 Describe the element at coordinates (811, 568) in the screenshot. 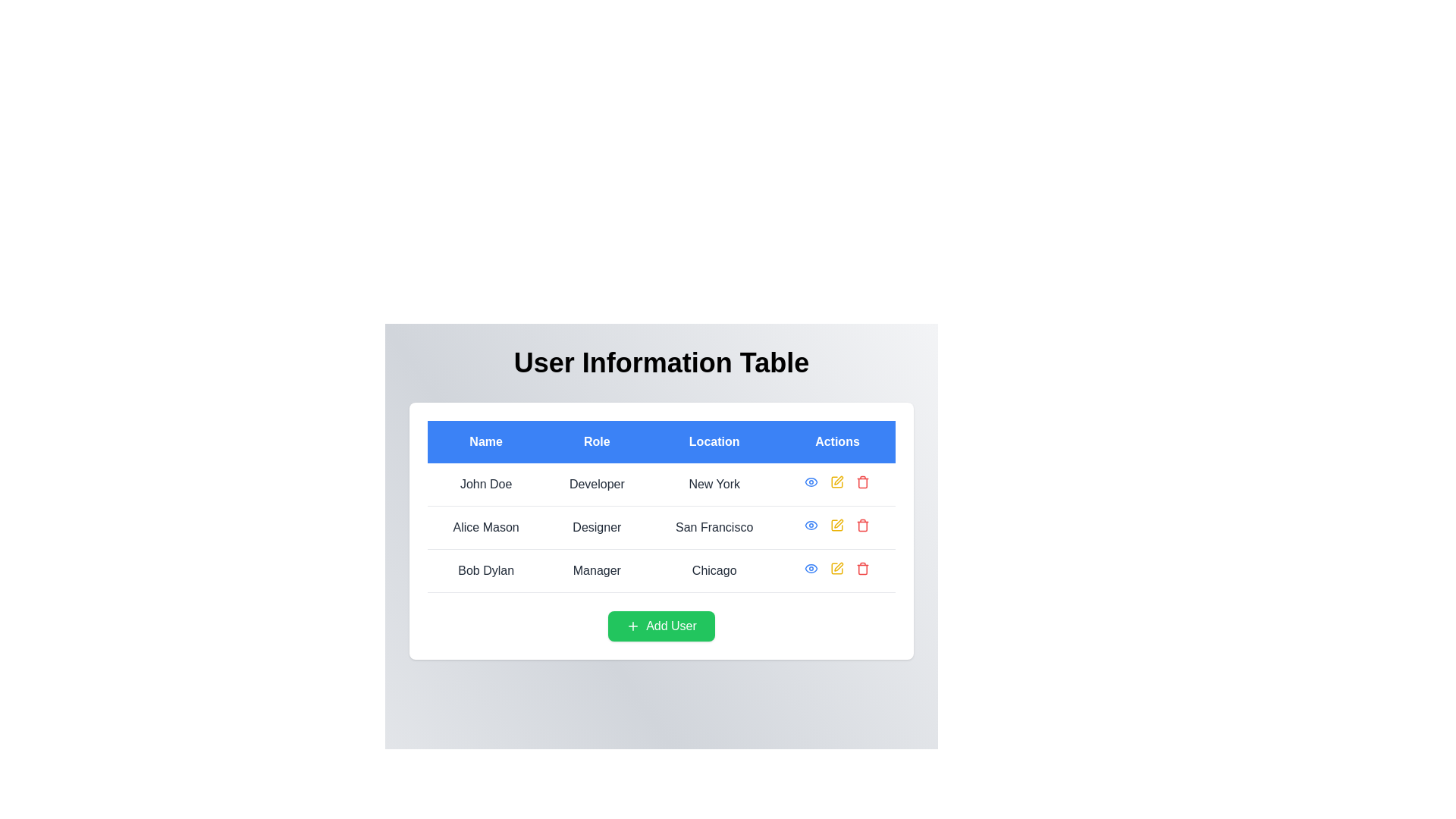

I see `the blue eye icon button located in the last row of the Actions column of the information table to observe the style change effect` at that location.